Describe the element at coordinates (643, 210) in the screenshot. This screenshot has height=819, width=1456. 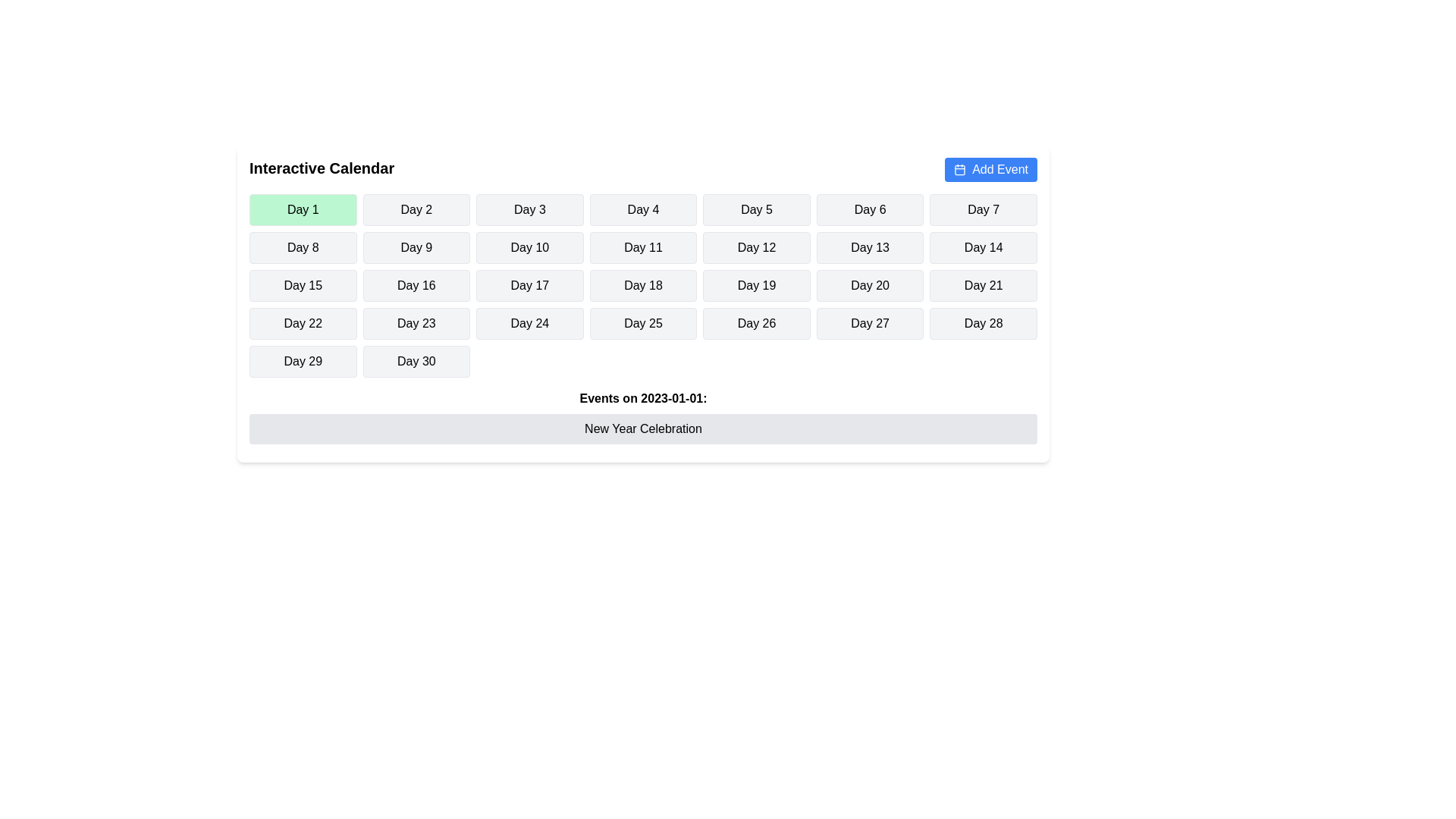
I see `the 'Day 4' button, which is a rectangular button with a gray background and bold text, located in the first row and fourth column of the grid layout` at that location.